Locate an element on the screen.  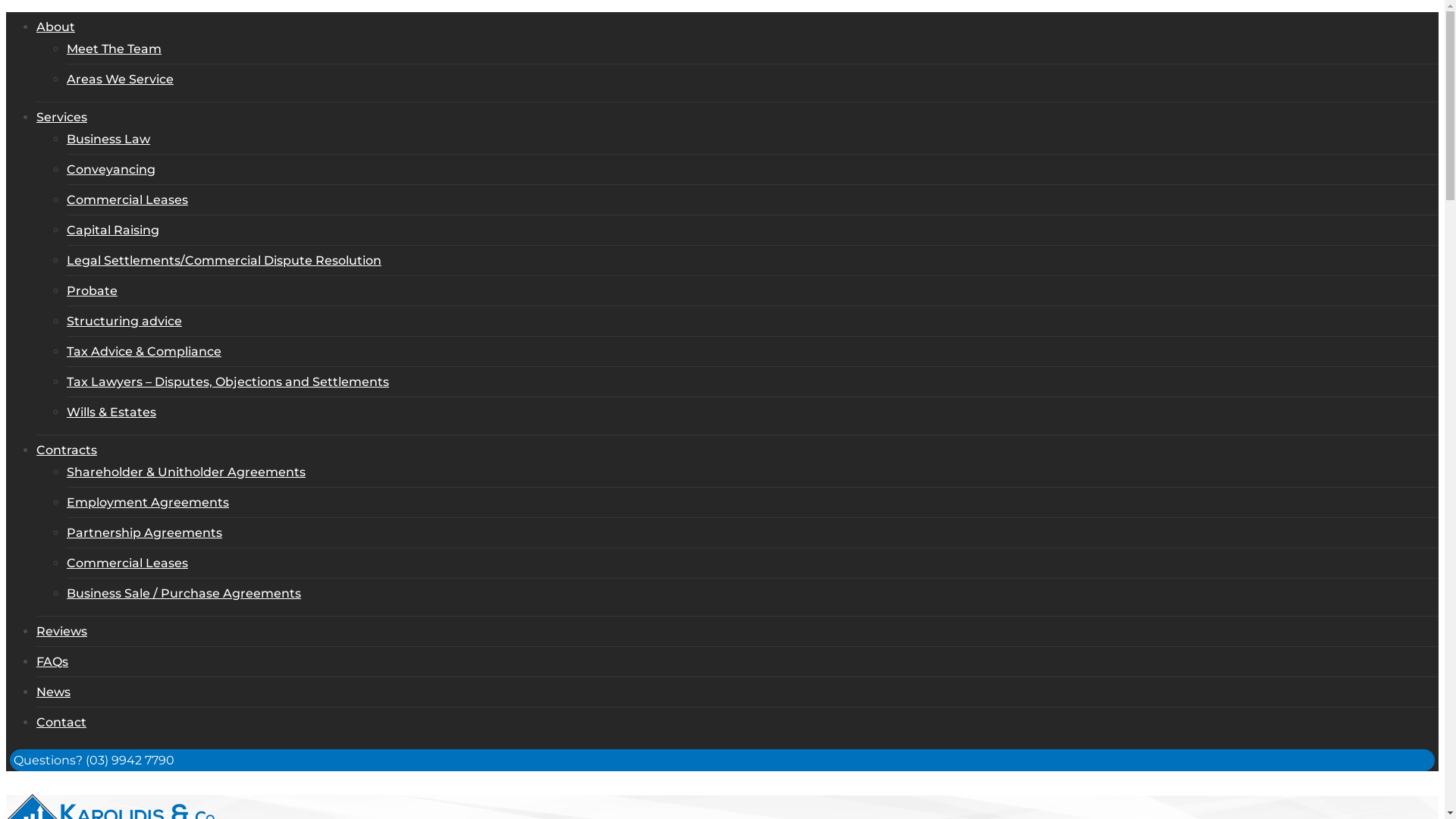
'Meet The Team' is located at coordinates (113, 48).